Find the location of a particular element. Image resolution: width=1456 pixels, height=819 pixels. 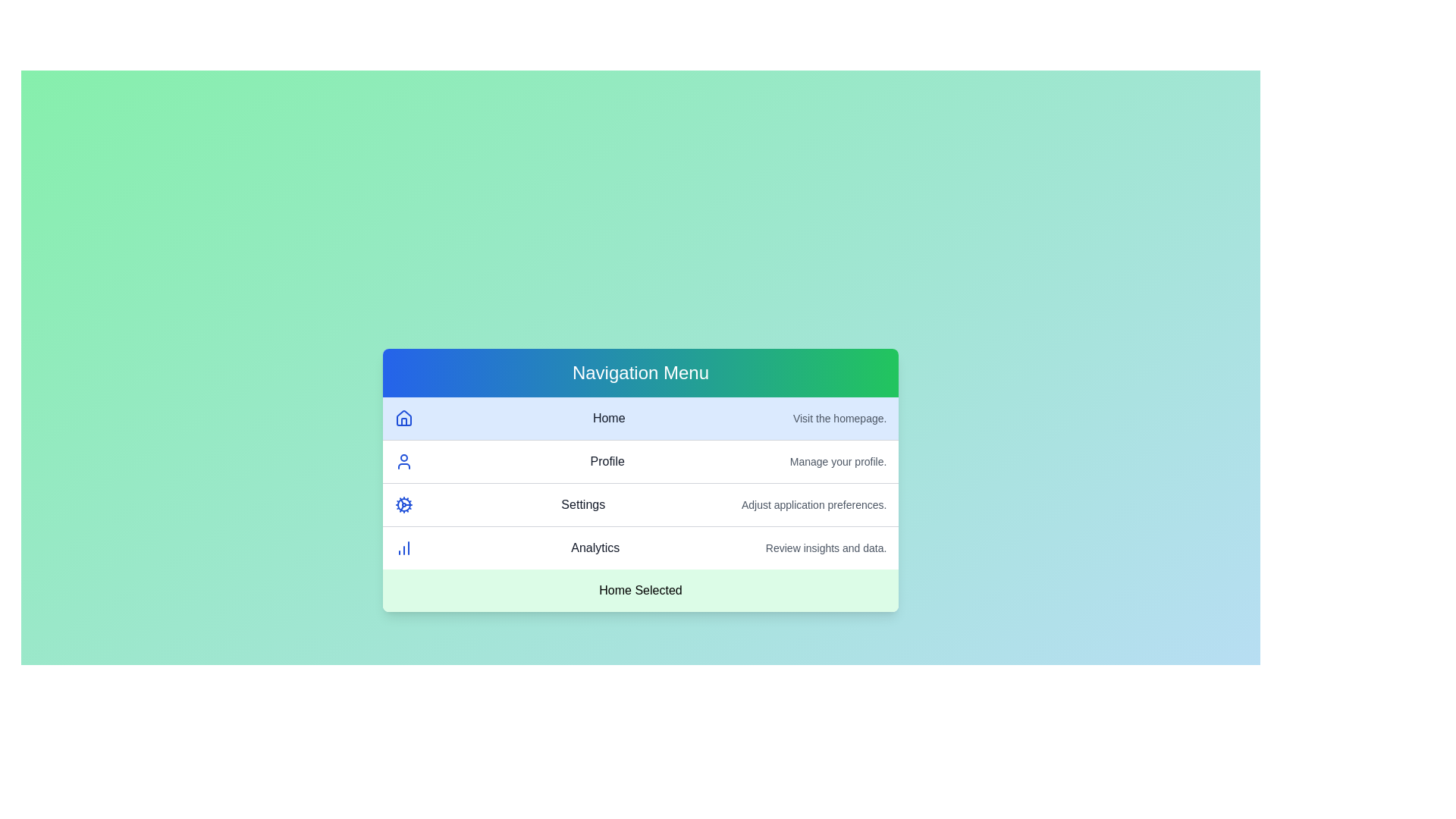

the menu item corresponding to Settings is located at coordinates (640, 504).